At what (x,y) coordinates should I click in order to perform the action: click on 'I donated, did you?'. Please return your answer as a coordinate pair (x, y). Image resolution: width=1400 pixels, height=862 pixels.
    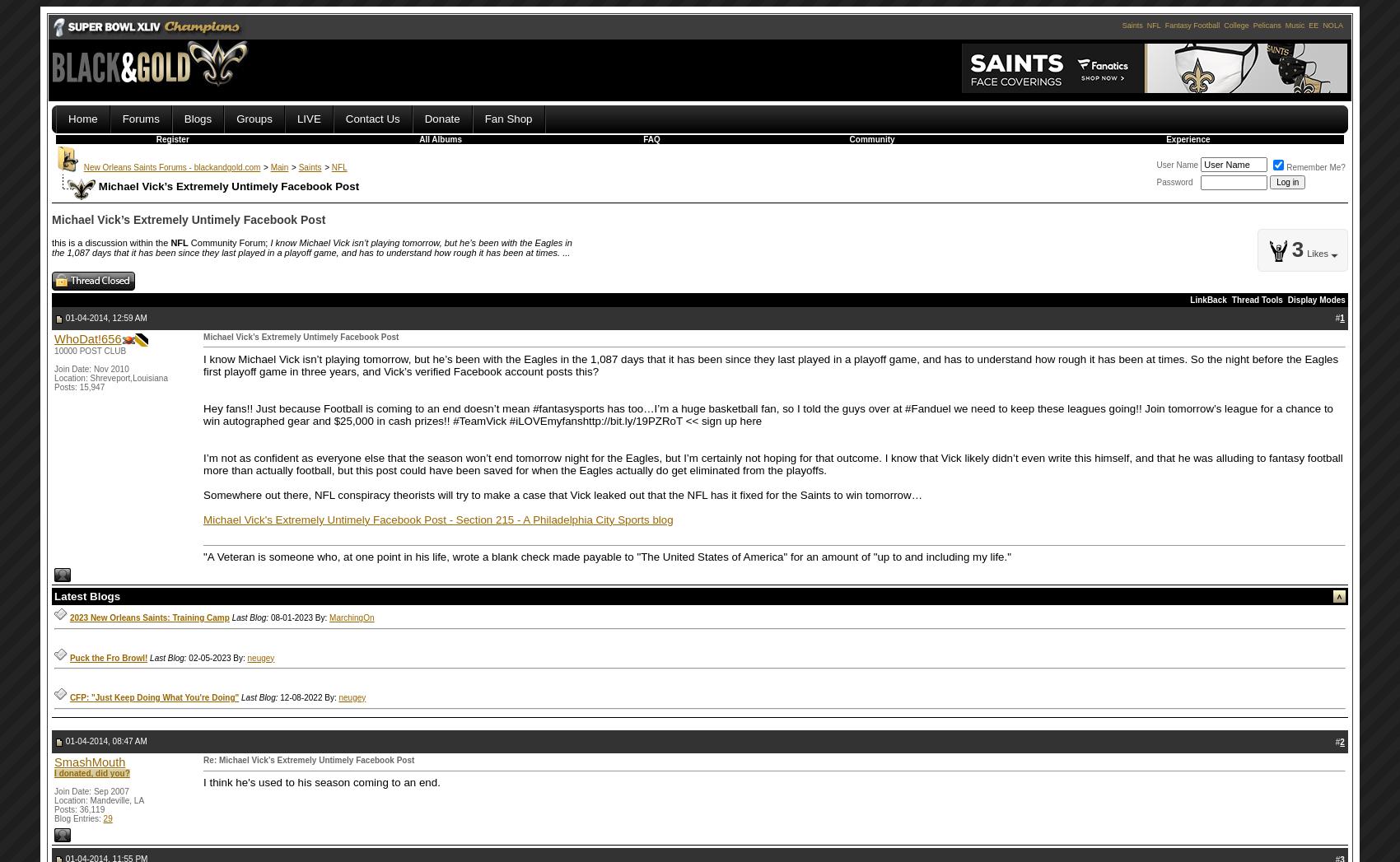
    Looking at the image, I should click on (91, 773).